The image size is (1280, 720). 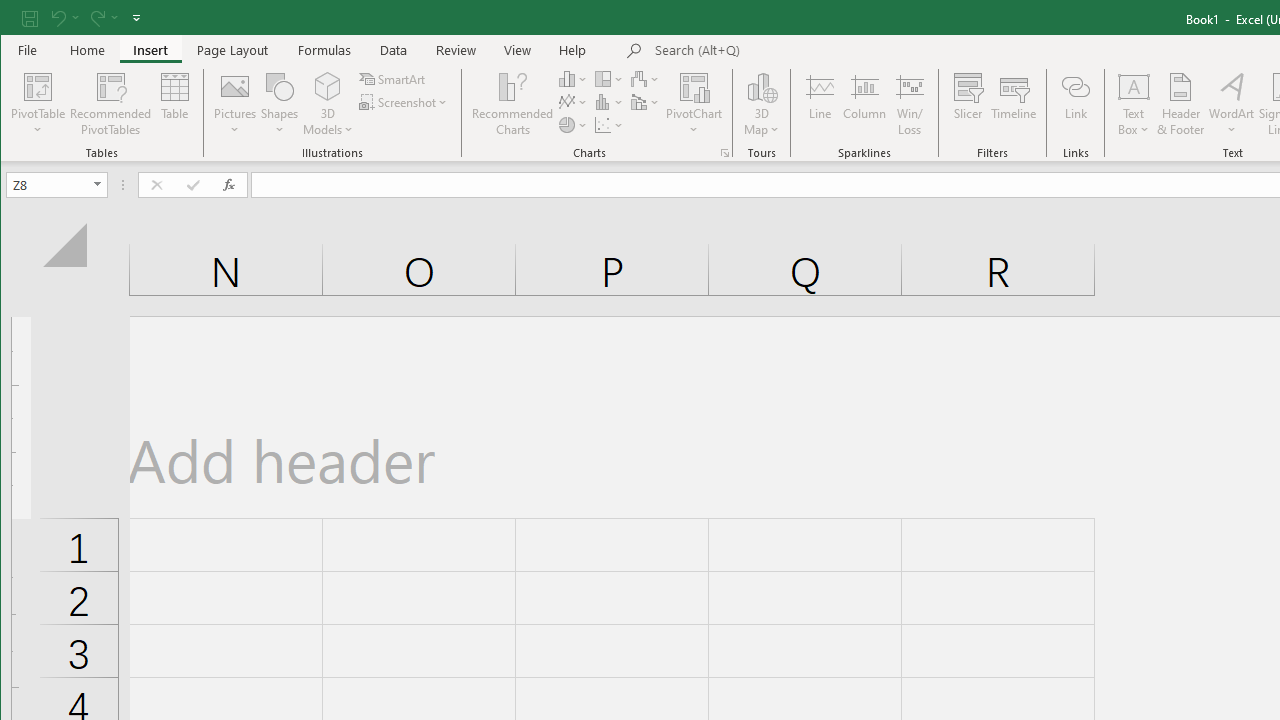 What do you see at coordinates (328, 104) in the screenshot?
I see `'3D Models'` at bounding box center [328, 104].